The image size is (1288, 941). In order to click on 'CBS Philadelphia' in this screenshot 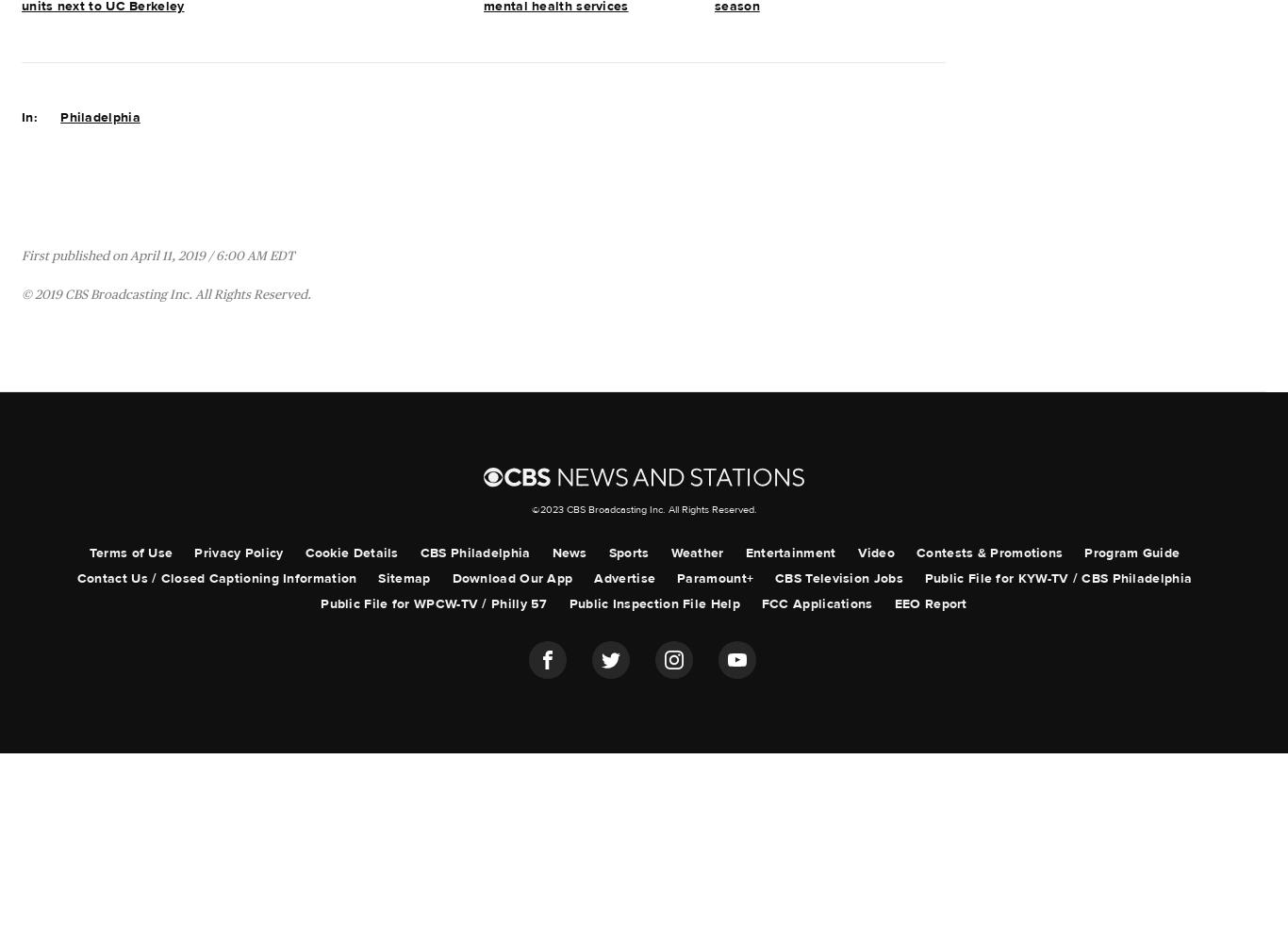, I will do `click(474, 552)`.